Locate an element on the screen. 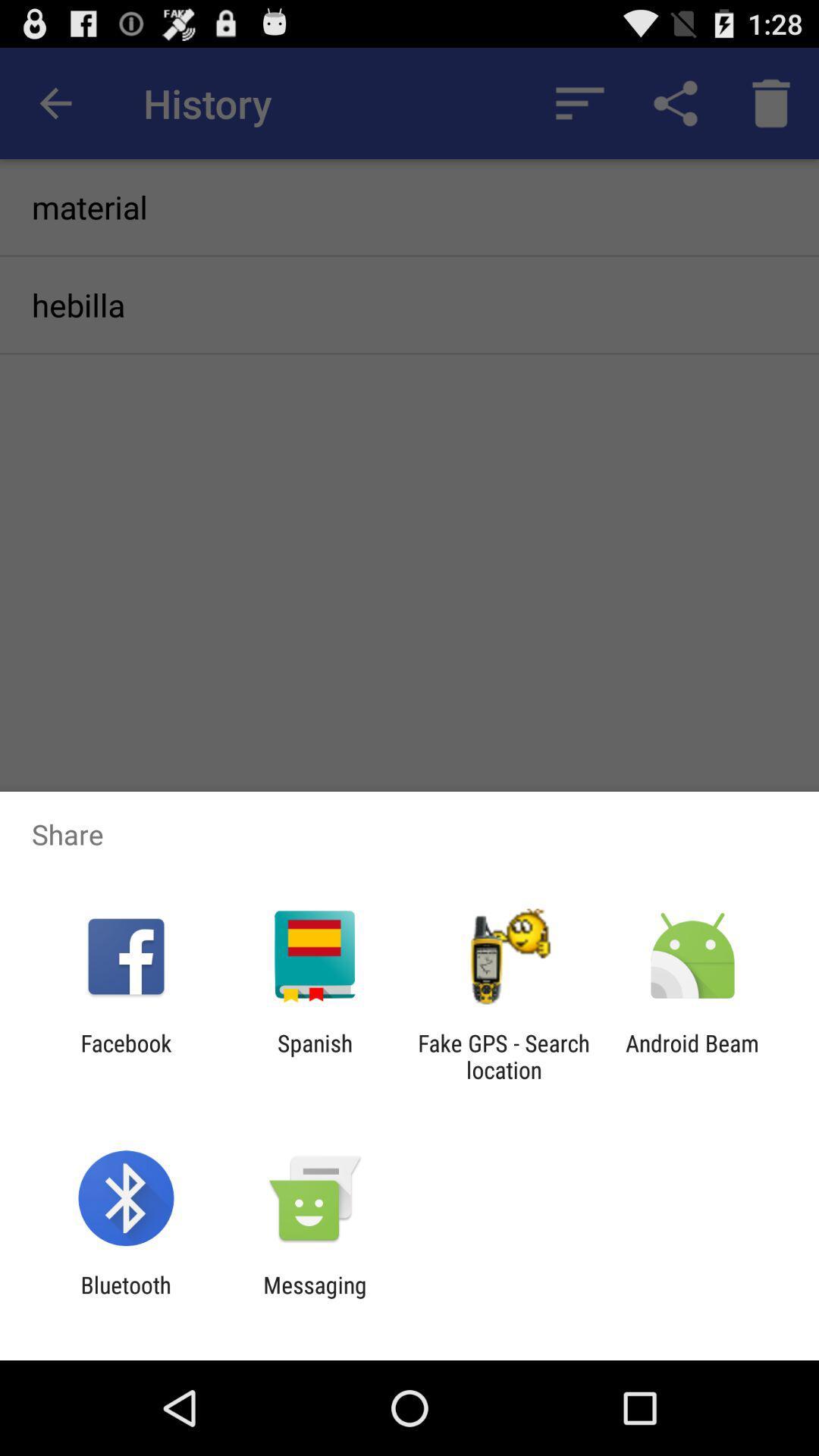  the android beam at the bottom right corner is located at coordinates (692, 1056).